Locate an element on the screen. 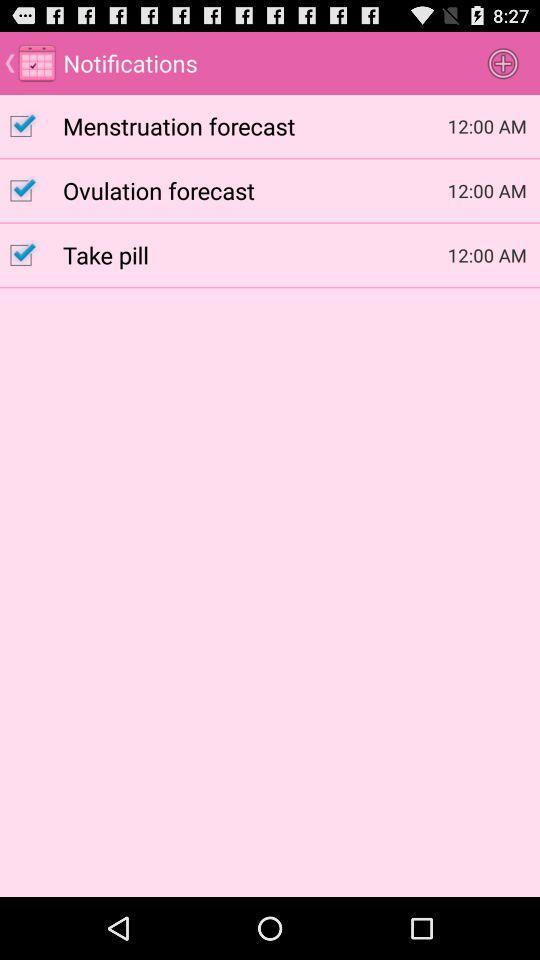 The width and height of the screenshot is (540, 960). activate ovulation forecast notification is located at coordinates (30, 190).